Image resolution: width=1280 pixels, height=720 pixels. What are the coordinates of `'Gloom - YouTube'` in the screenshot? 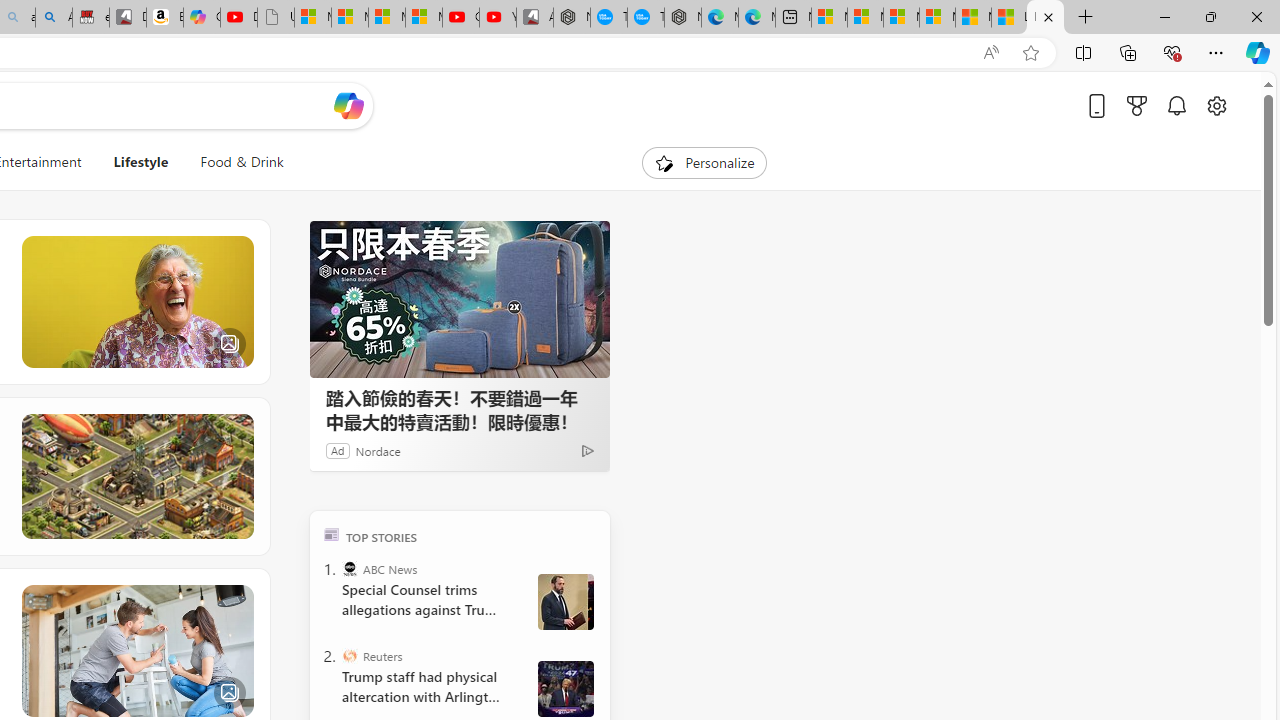 It's located at (459, 17).